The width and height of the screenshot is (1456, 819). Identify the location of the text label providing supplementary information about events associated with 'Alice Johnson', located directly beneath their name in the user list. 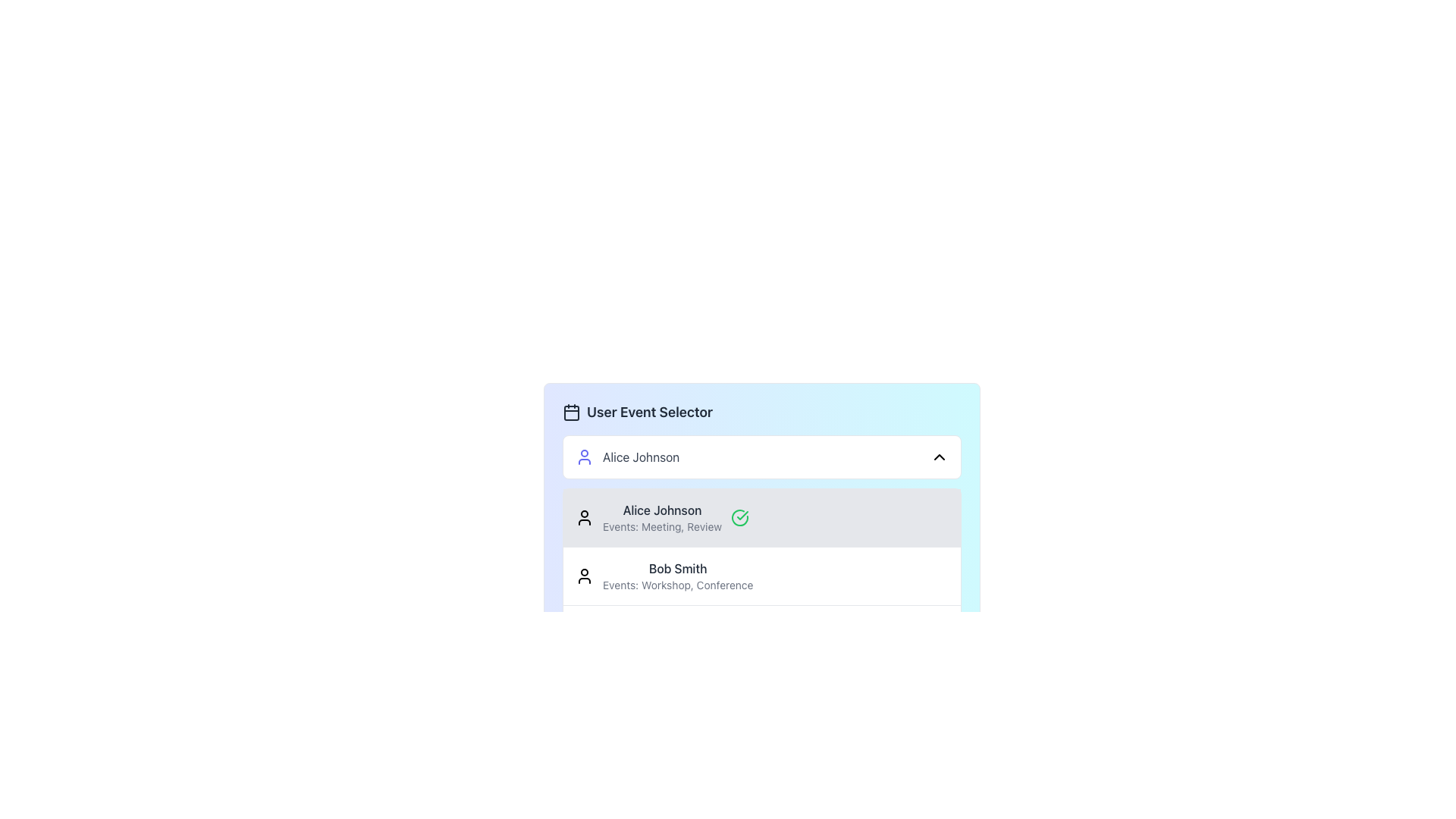
(662, 526).